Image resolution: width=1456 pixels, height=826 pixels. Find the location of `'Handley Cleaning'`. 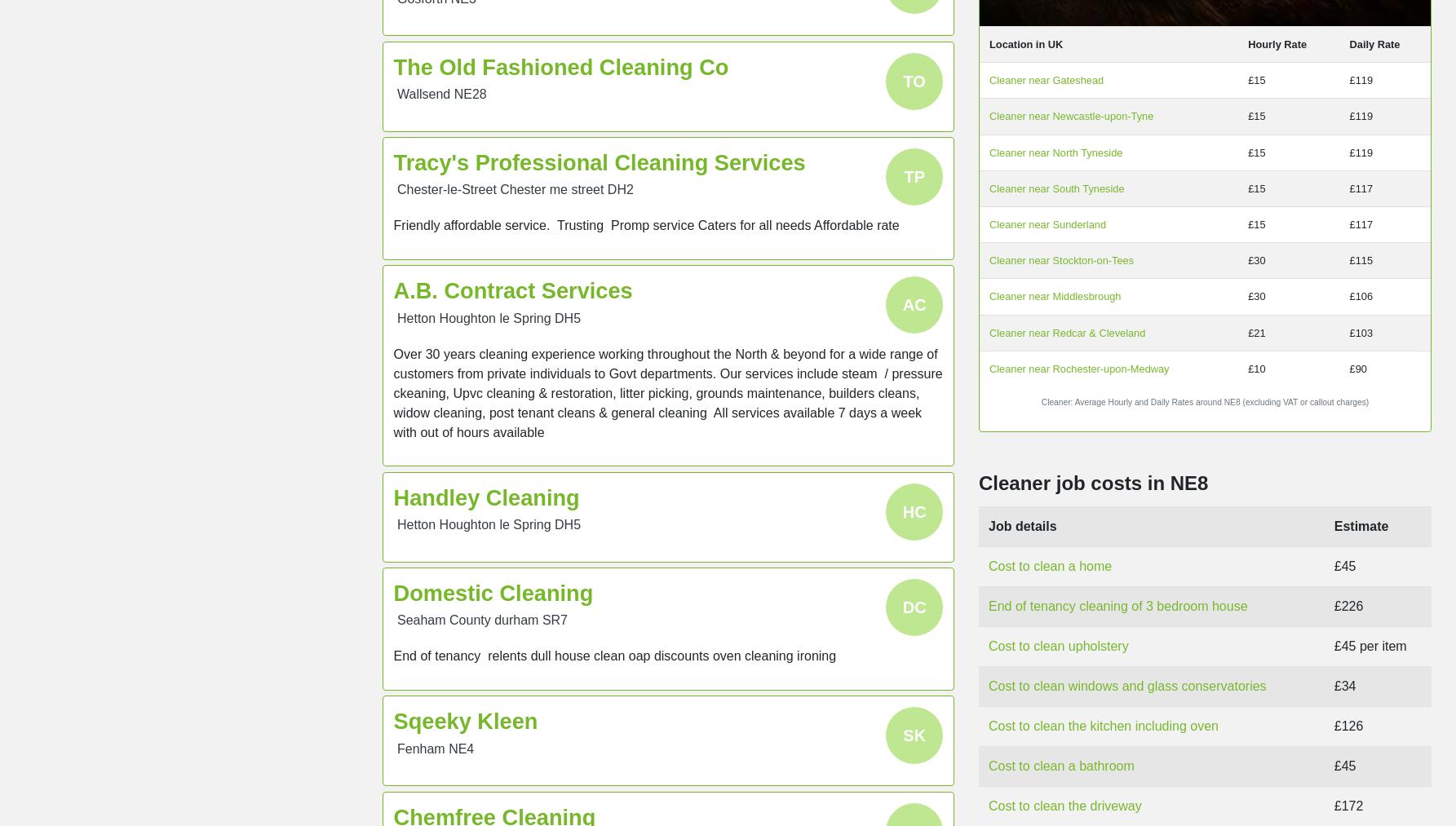

'Handley Cleaning' is located at coordinates (486, 496).